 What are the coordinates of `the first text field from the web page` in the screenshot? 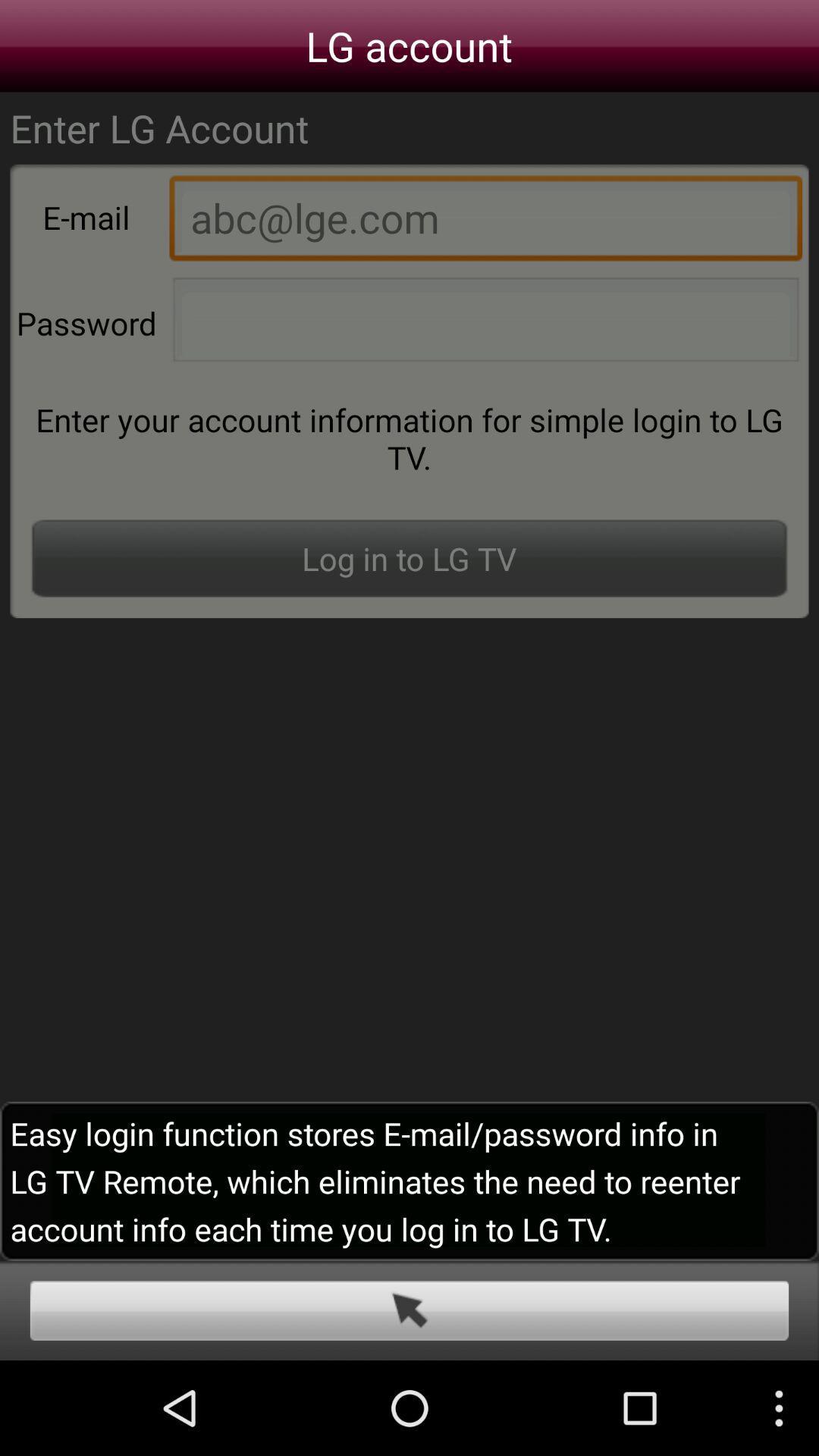 It's located at (485, 221).